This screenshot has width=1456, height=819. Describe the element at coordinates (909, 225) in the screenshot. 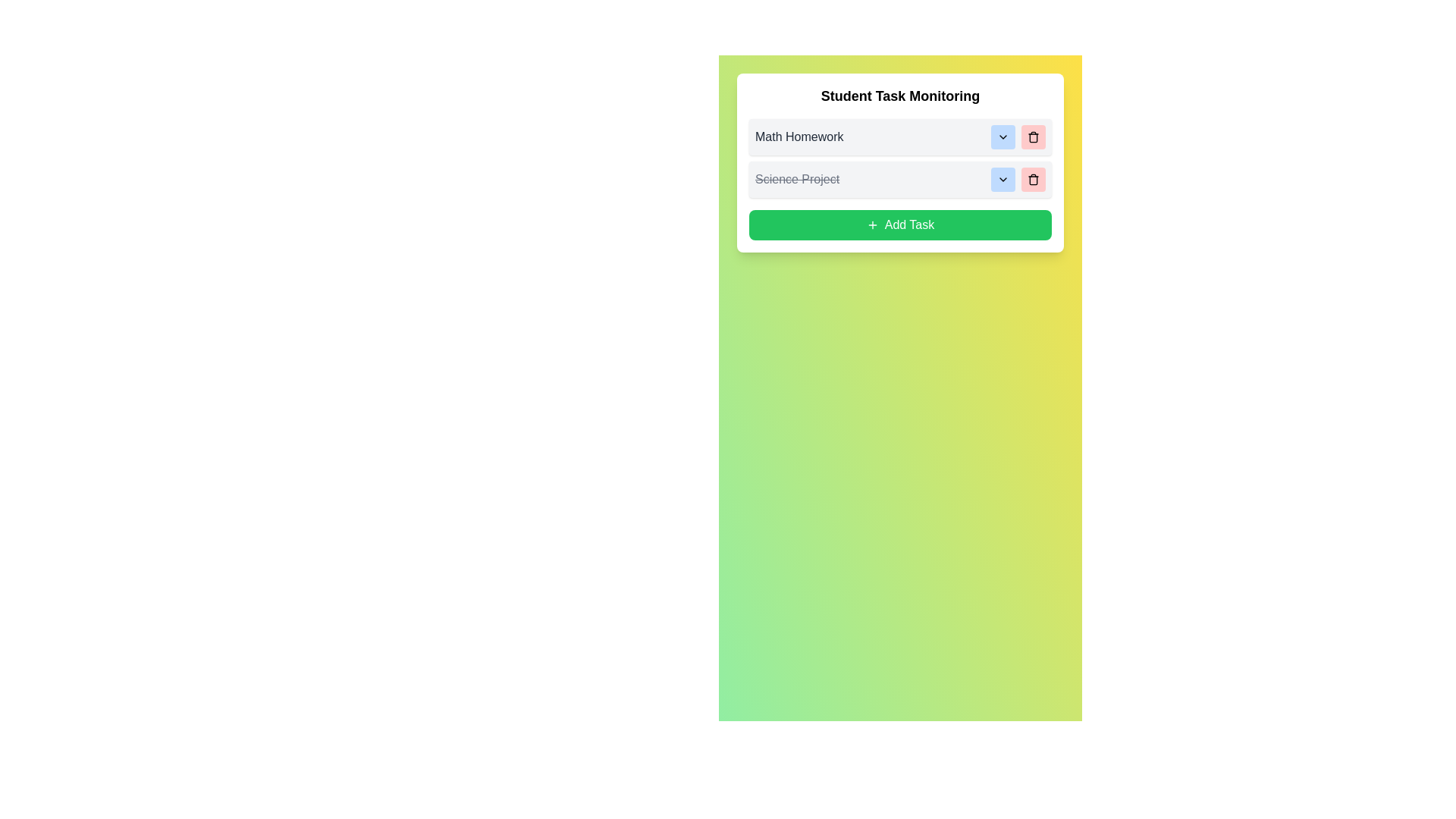

I see `text 'Add Task' displayed in white on a green button at the bottom of the 'Student Task Monitoring' panel` at that location.